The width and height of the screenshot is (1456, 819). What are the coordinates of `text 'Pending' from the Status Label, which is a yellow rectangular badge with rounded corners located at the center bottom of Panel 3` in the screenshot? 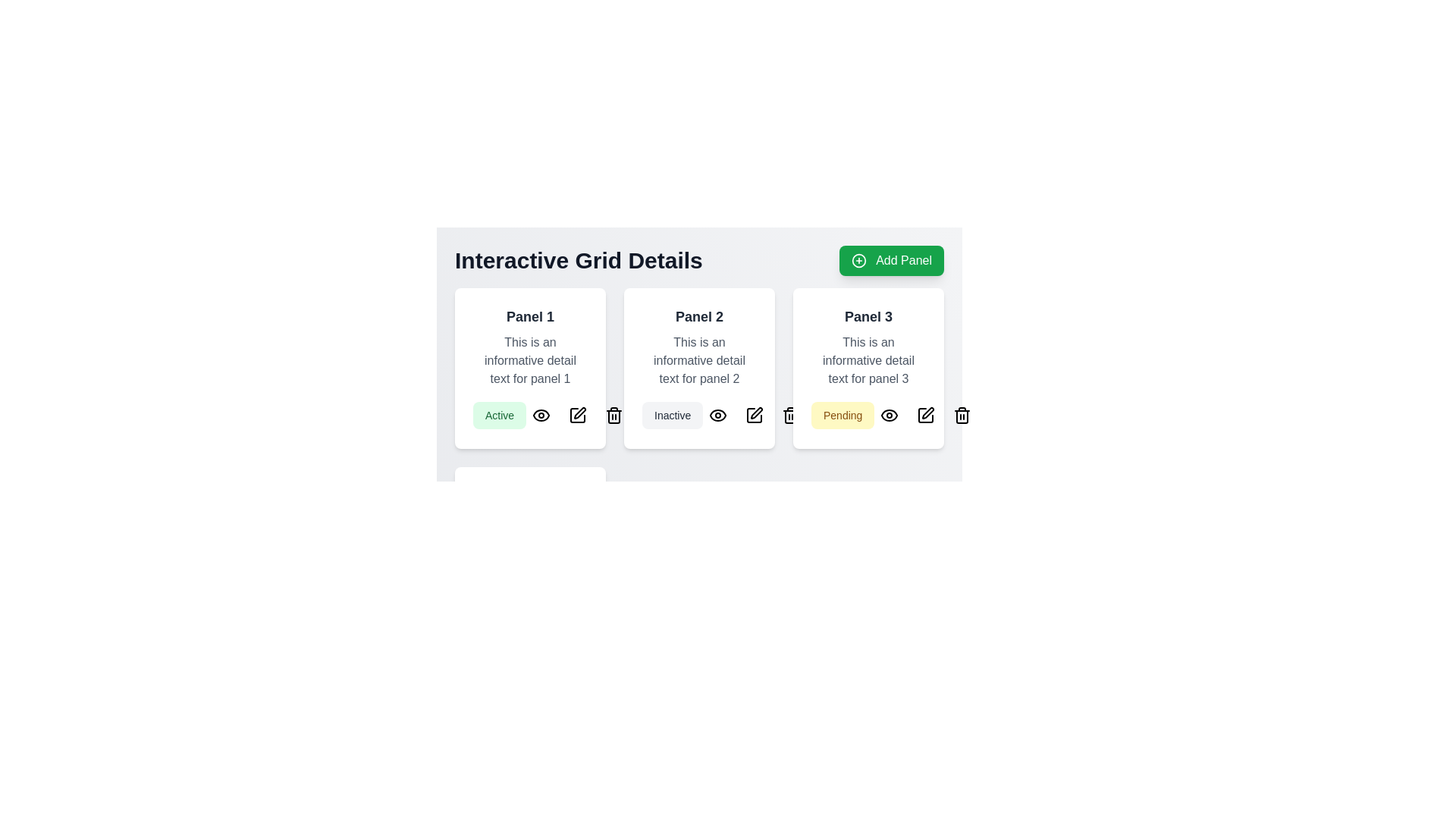 It's located at (842, 415).